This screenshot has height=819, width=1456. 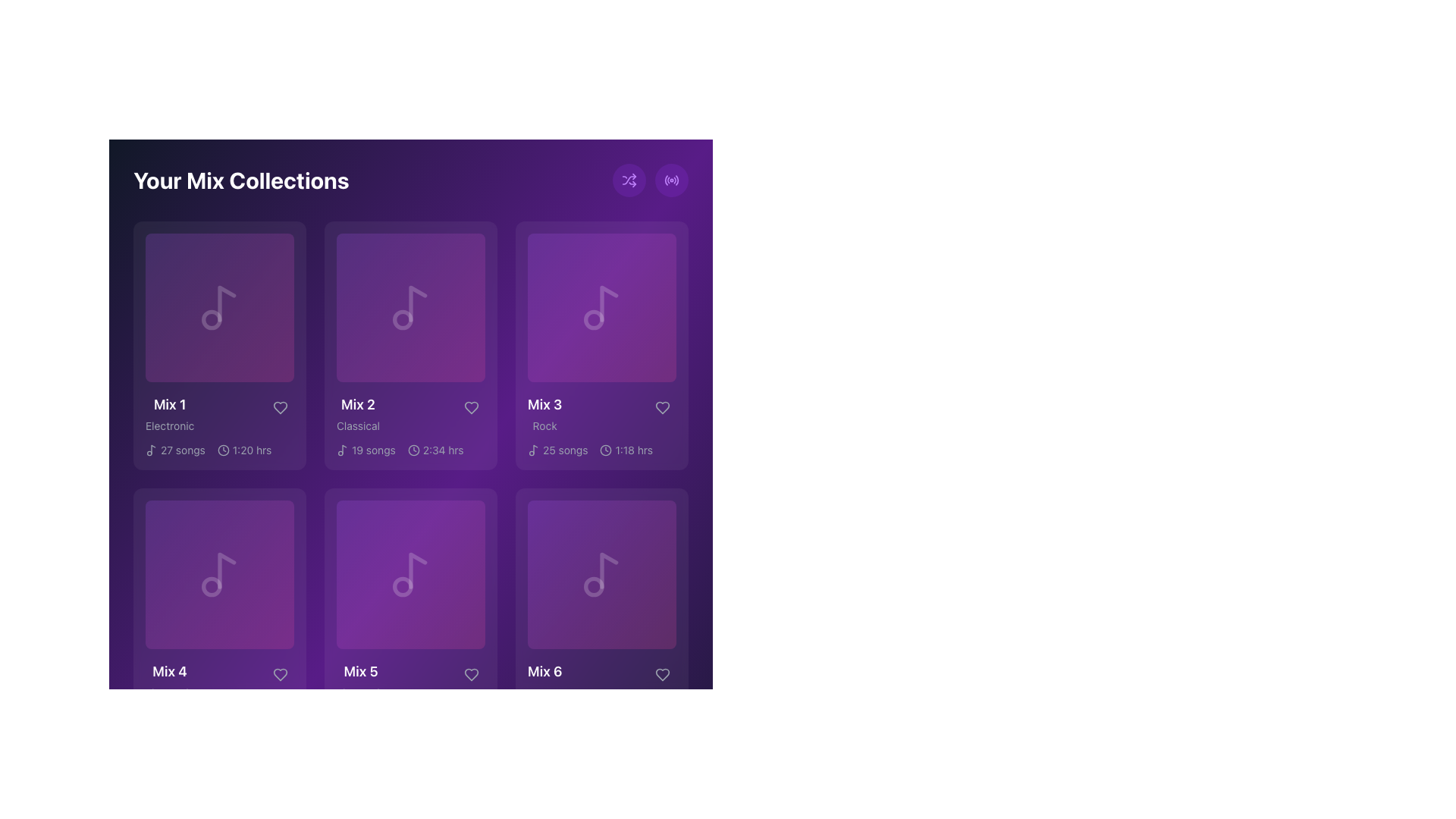 What do you see at coordinates (471, 406) in the screenshot?
I see `the heart-shaped icon outlined in gray located in the second card of the 'Your Mix Collections' grid` at bounding box center [471, 406].